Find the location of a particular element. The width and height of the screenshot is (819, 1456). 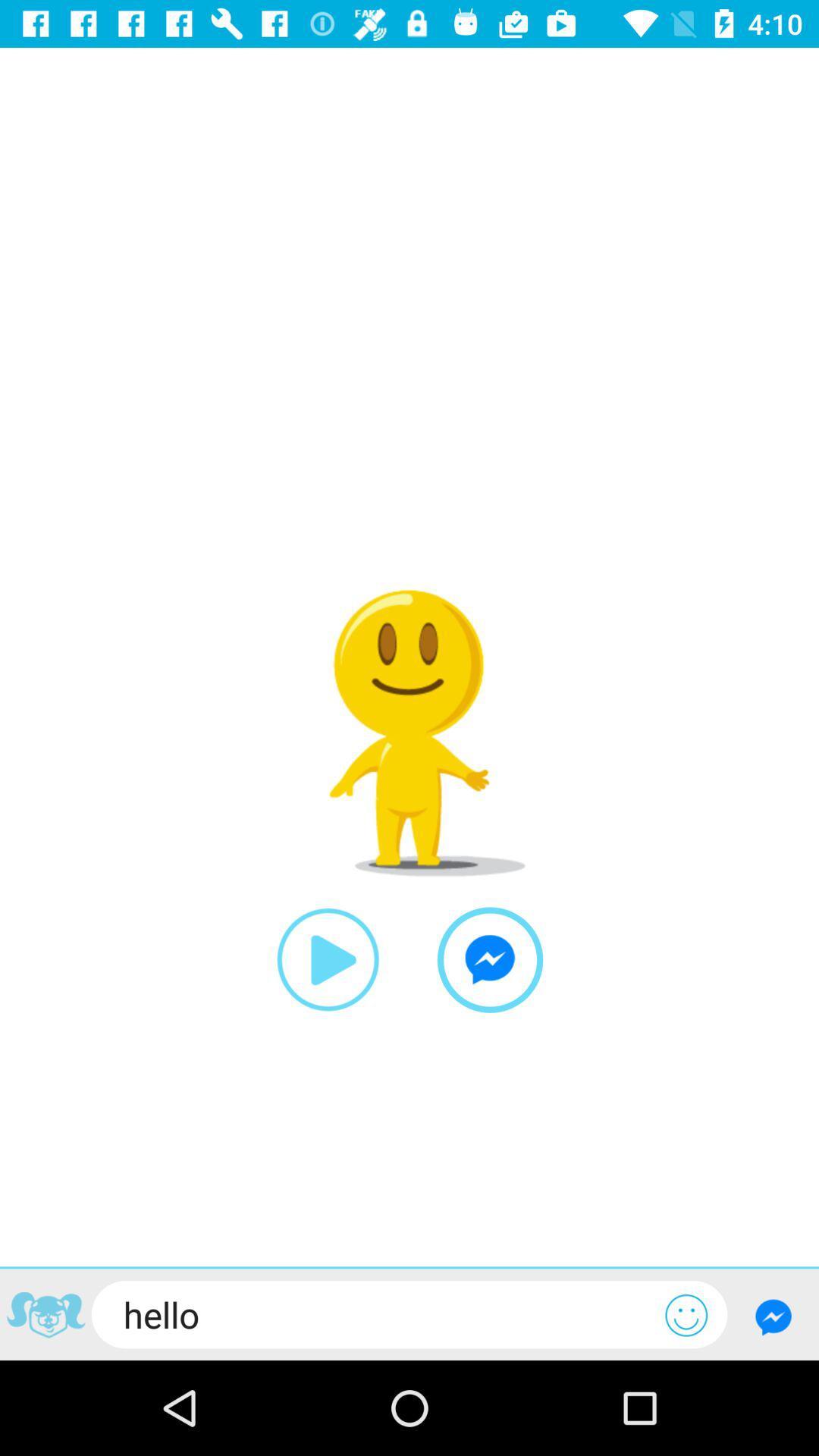

the hello is located at coordinates (378, 1313).